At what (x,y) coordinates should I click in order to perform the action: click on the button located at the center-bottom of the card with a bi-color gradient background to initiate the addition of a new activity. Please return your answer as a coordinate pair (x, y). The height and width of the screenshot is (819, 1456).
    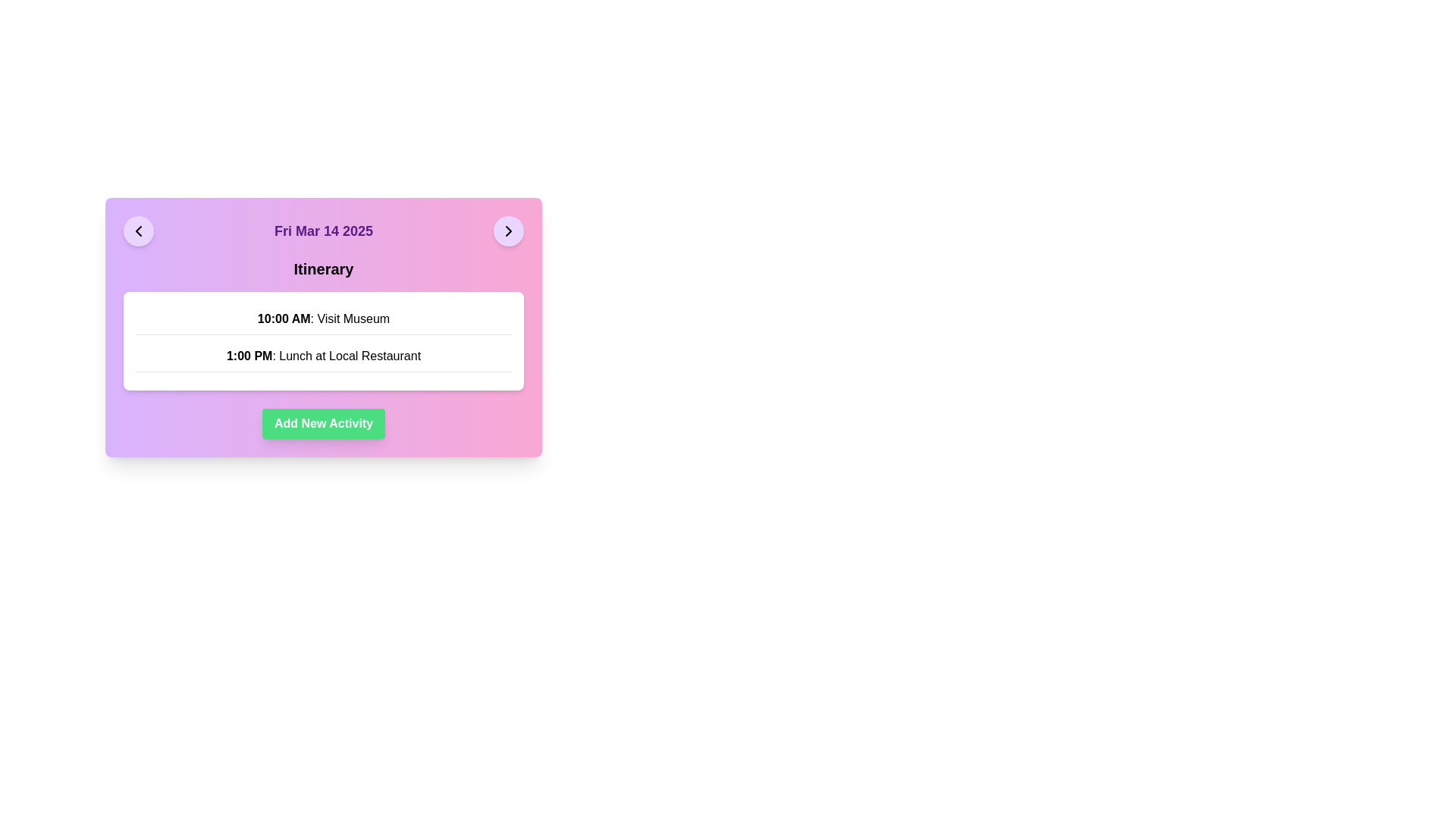
    Looking at the image, I should click on (323, 424).